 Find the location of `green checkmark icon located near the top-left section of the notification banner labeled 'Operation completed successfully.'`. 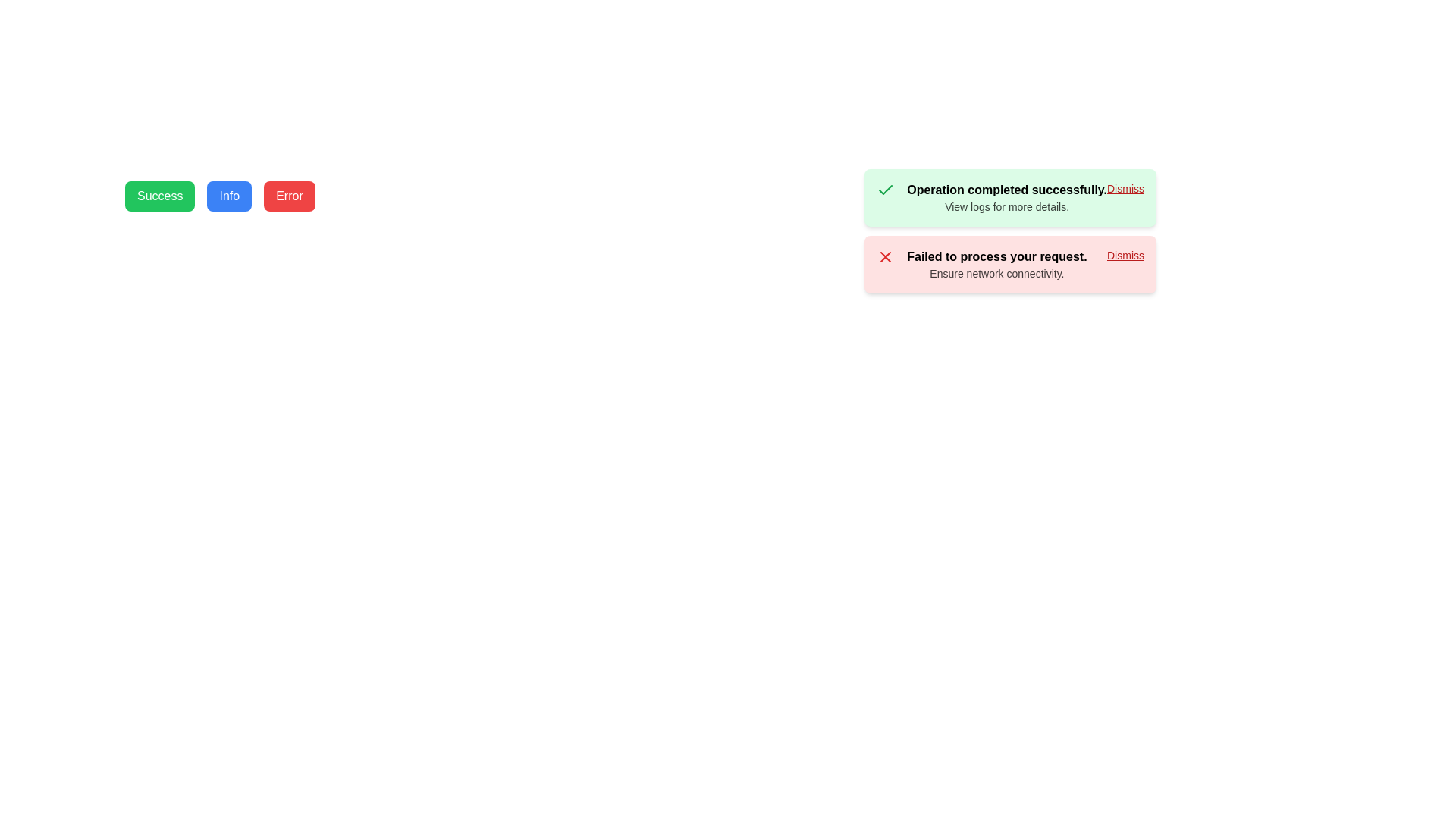

green checkmark icon located near the top-left section of the notification banner labeled 'Operation completed successfully.' is located at coordinates (886, 189).